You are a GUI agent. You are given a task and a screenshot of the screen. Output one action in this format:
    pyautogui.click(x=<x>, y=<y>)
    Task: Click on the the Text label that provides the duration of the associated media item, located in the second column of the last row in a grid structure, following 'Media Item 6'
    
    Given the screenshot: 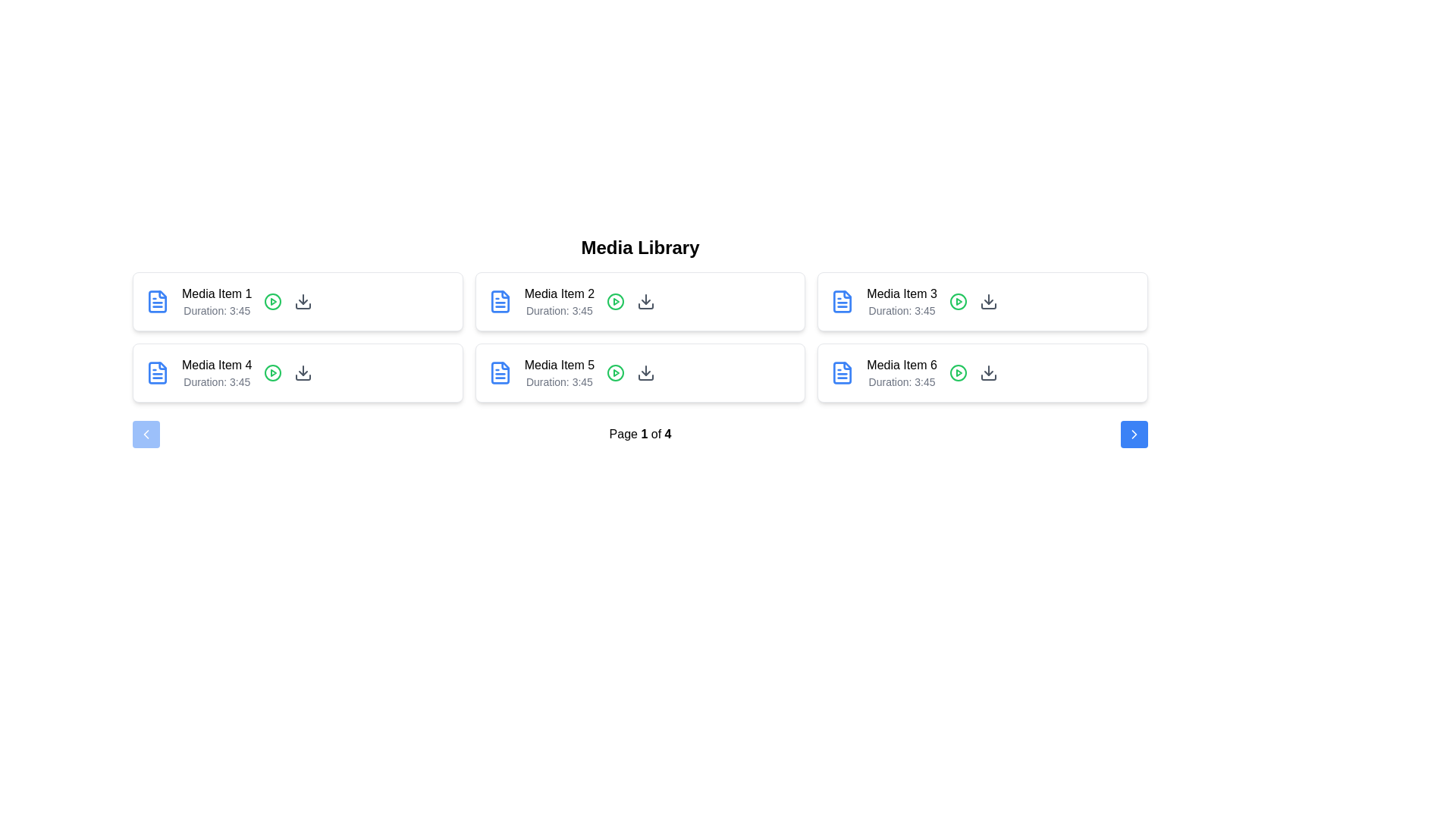 What is the action you would take?
    pyautogui.click(x=902, y=381)
    